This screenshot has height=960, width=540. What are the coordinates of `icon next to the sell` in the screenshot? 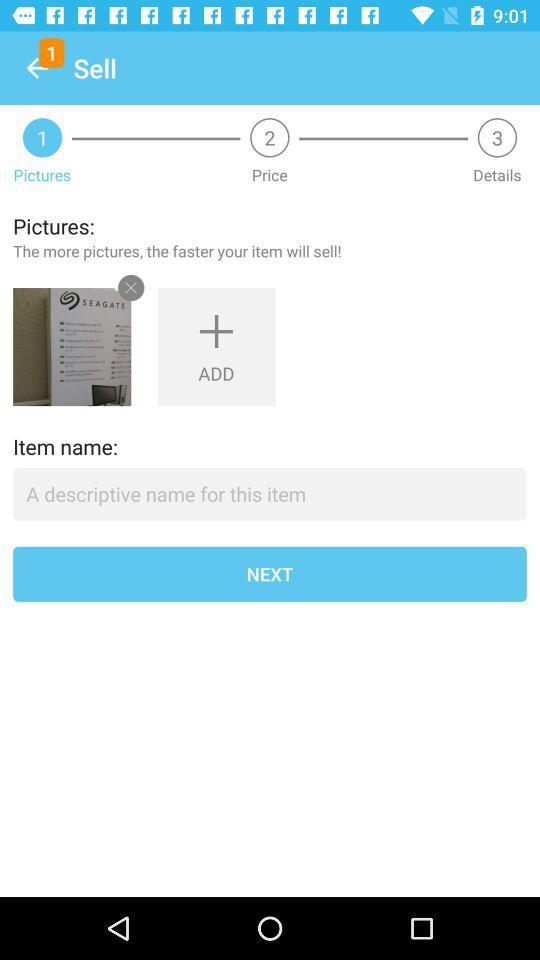 It's located at (36, 68).